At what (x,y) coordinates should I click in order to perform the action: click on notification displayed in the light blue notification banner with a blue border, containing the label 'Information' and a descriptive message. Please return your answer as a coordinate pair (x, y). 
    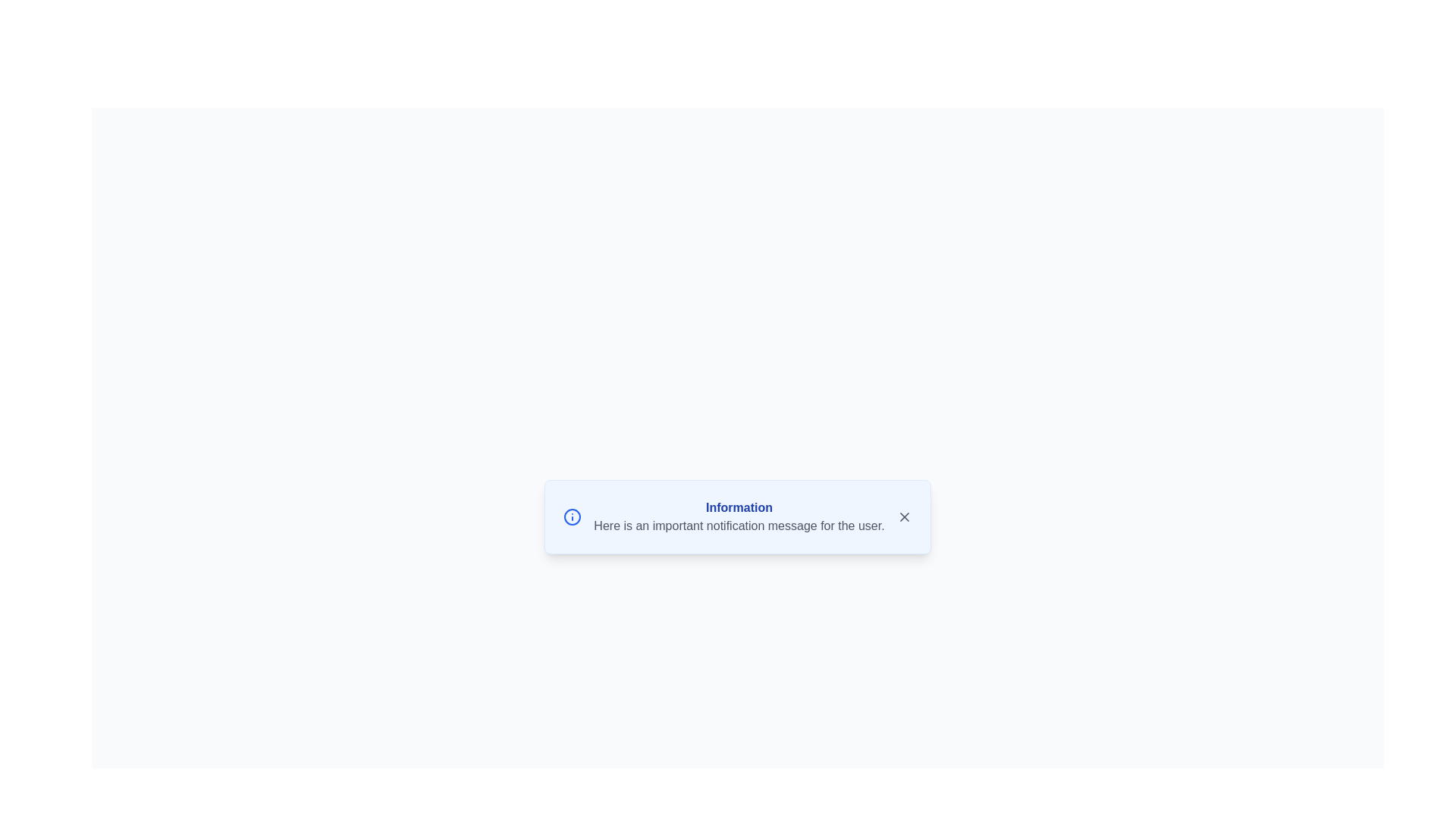
    Looking at the image, I should click on (738, 516).